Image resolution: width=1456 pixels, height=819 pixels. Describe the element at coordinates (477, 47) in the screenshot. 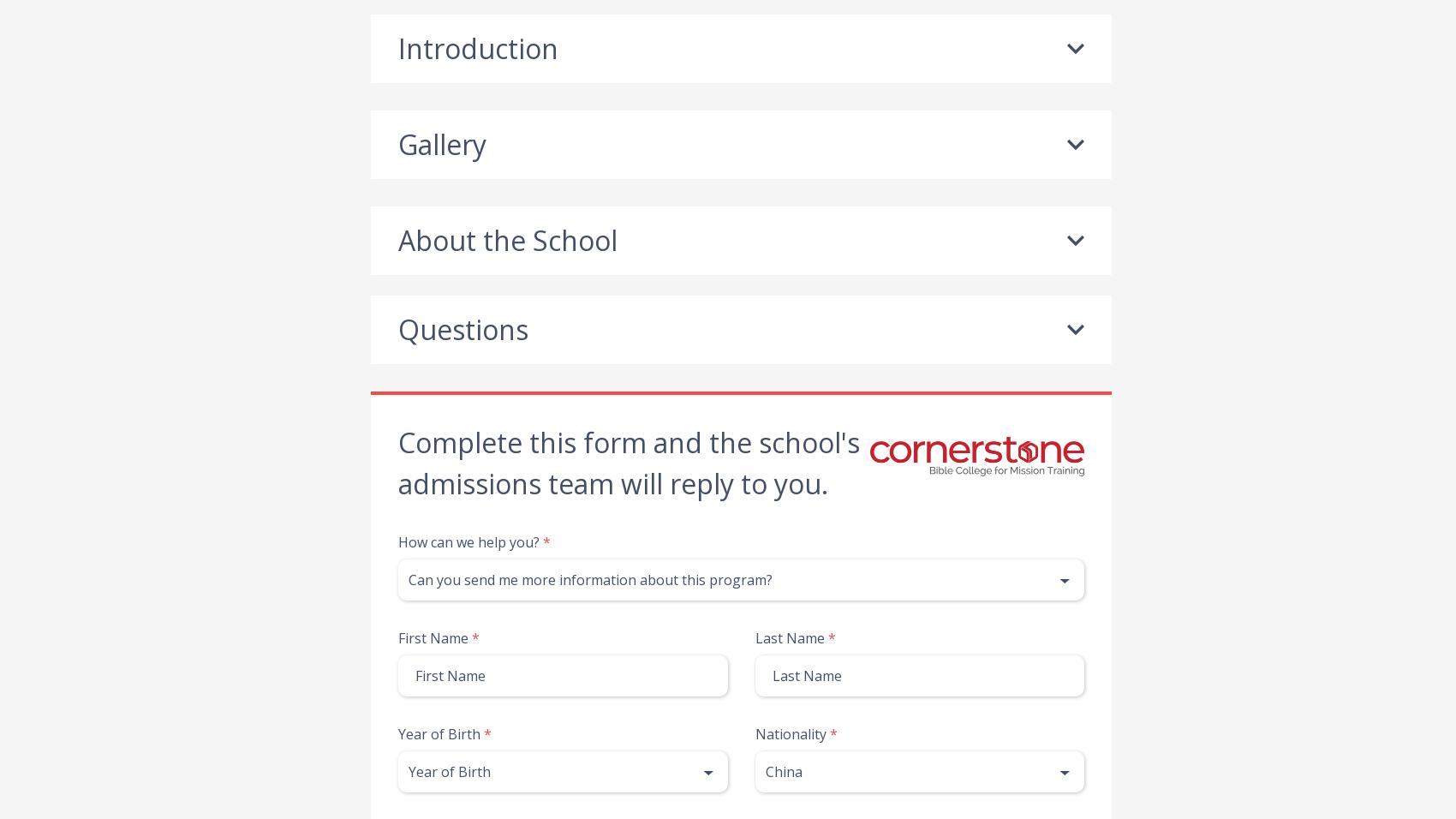

I see `'Introduction'` at that location.